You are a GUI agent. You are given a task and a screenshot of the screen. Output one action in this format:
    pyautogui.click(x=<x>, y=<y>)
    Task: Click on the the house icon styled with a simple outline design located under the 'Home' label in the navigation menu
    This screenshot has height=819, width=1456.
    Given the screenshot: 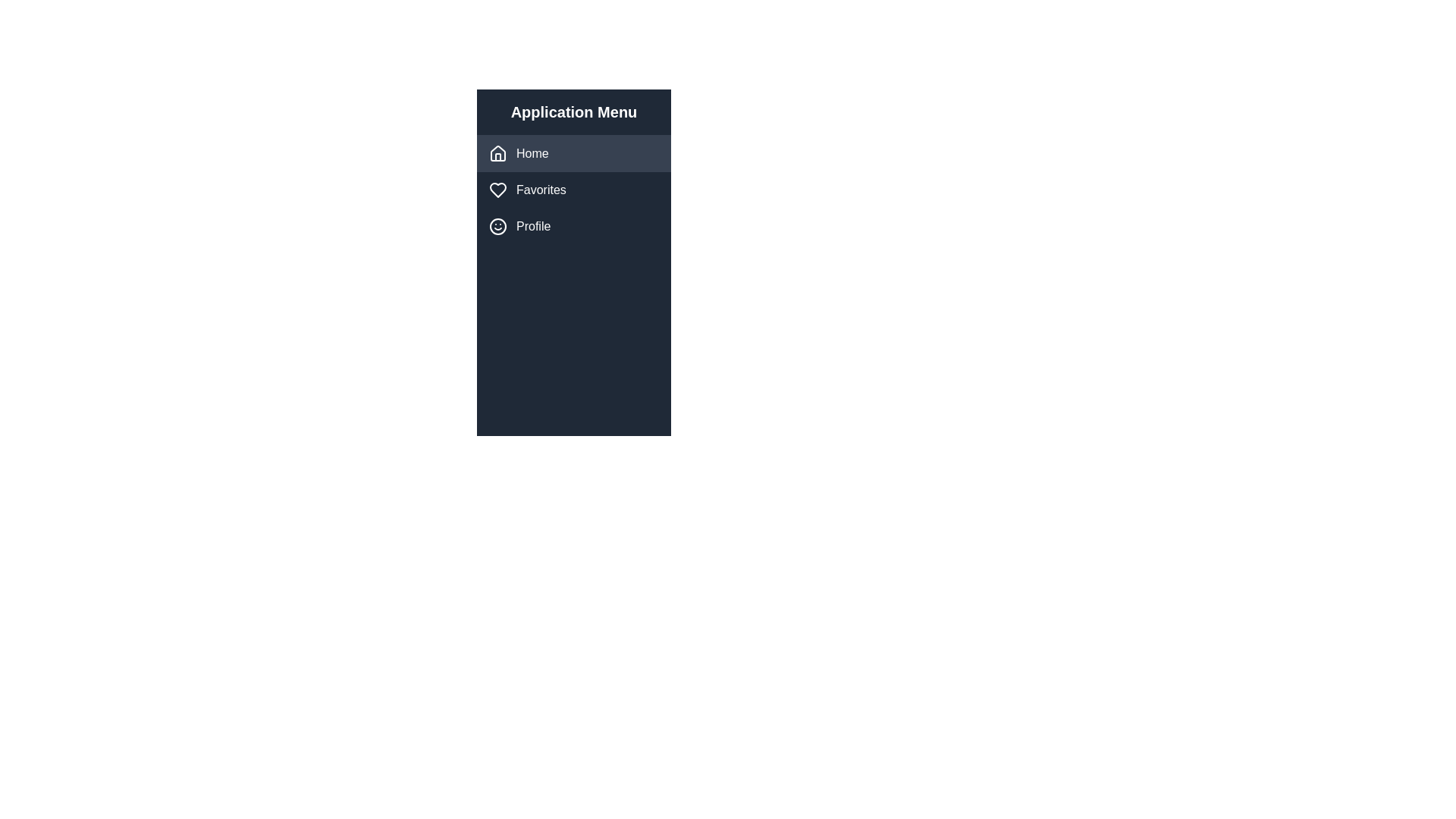 What is the action you would take?
    pyautogui.click(x=498, y=154)
    